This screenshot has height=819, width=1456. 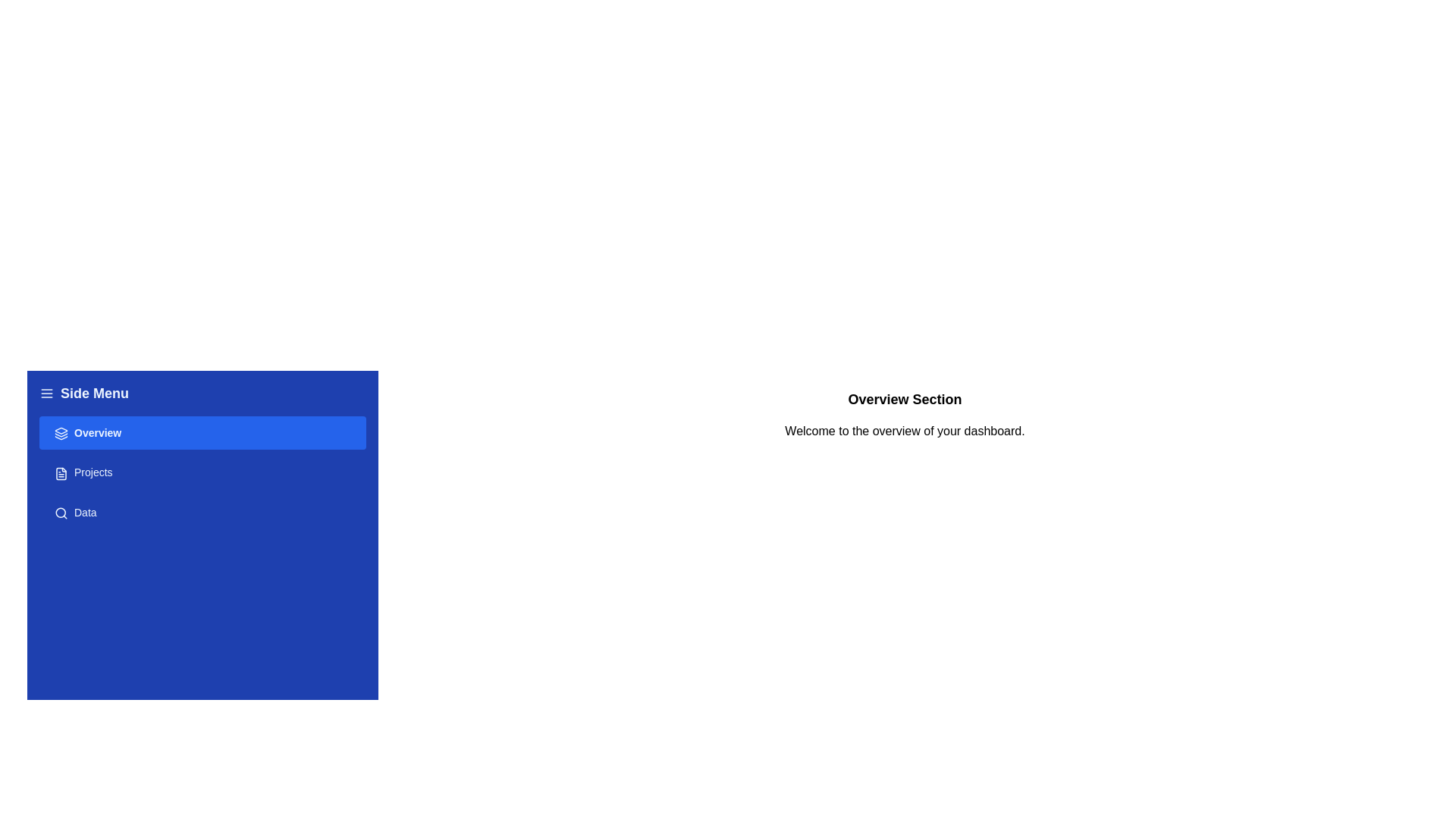 I want to click on the welcoming message text located below the 'Overview Section' heading in the central area of the interface, so click(x=905, y=431).